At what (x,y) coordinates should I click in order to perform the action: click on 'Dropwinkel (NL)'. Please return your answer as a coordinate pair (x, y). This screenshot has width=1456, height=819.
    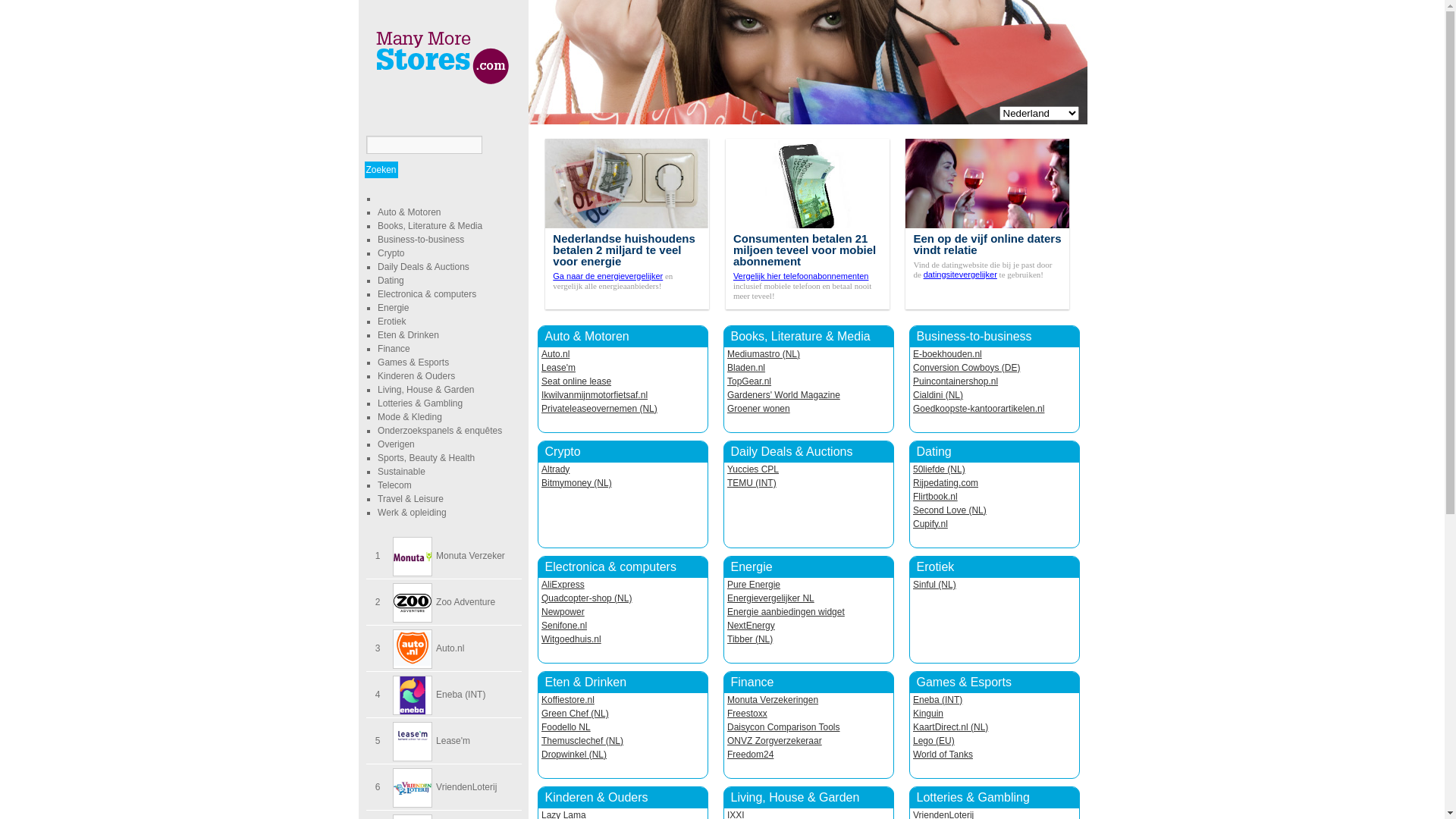
    Looking at the image, I should click on (573, 755).